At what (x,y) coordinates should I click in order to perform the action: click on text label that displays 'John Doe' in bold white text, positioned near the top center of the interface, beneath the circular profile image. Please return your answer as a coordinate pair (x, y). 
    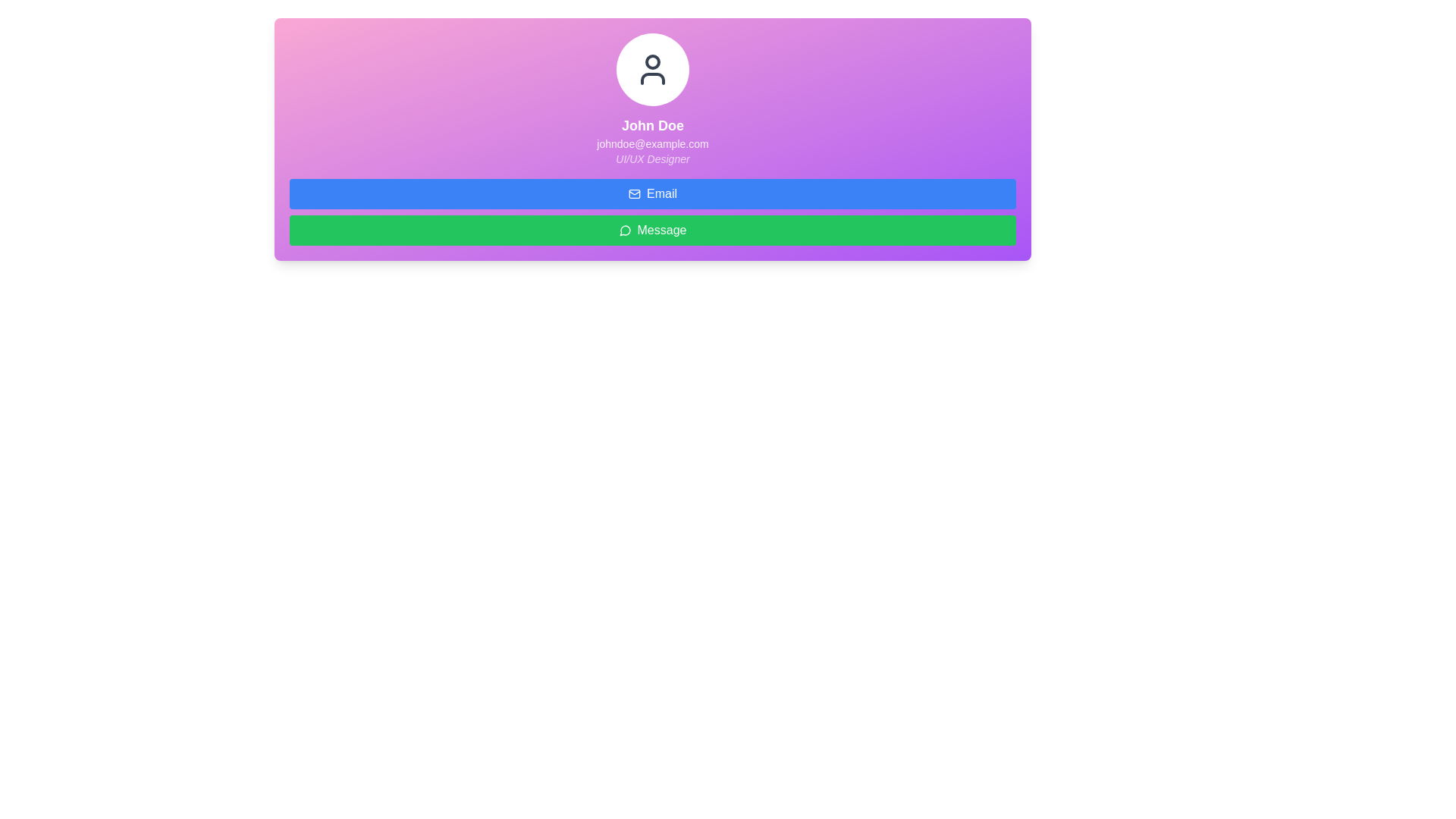
    Looking at the image, I should click on (652, 124).